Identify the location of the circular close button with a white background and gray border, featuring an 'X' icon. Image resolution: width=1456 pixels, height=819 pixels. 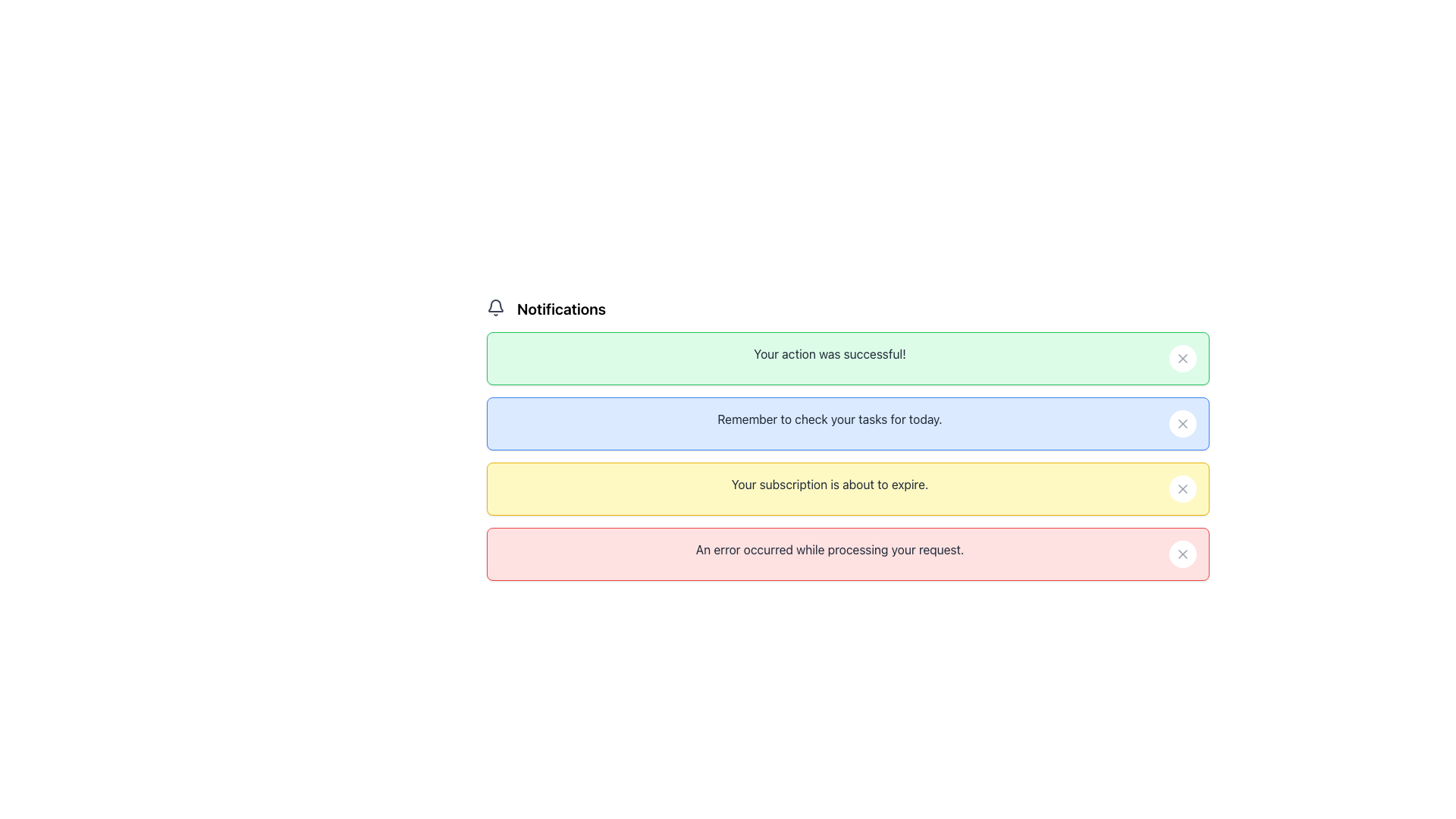
(1182, 424).